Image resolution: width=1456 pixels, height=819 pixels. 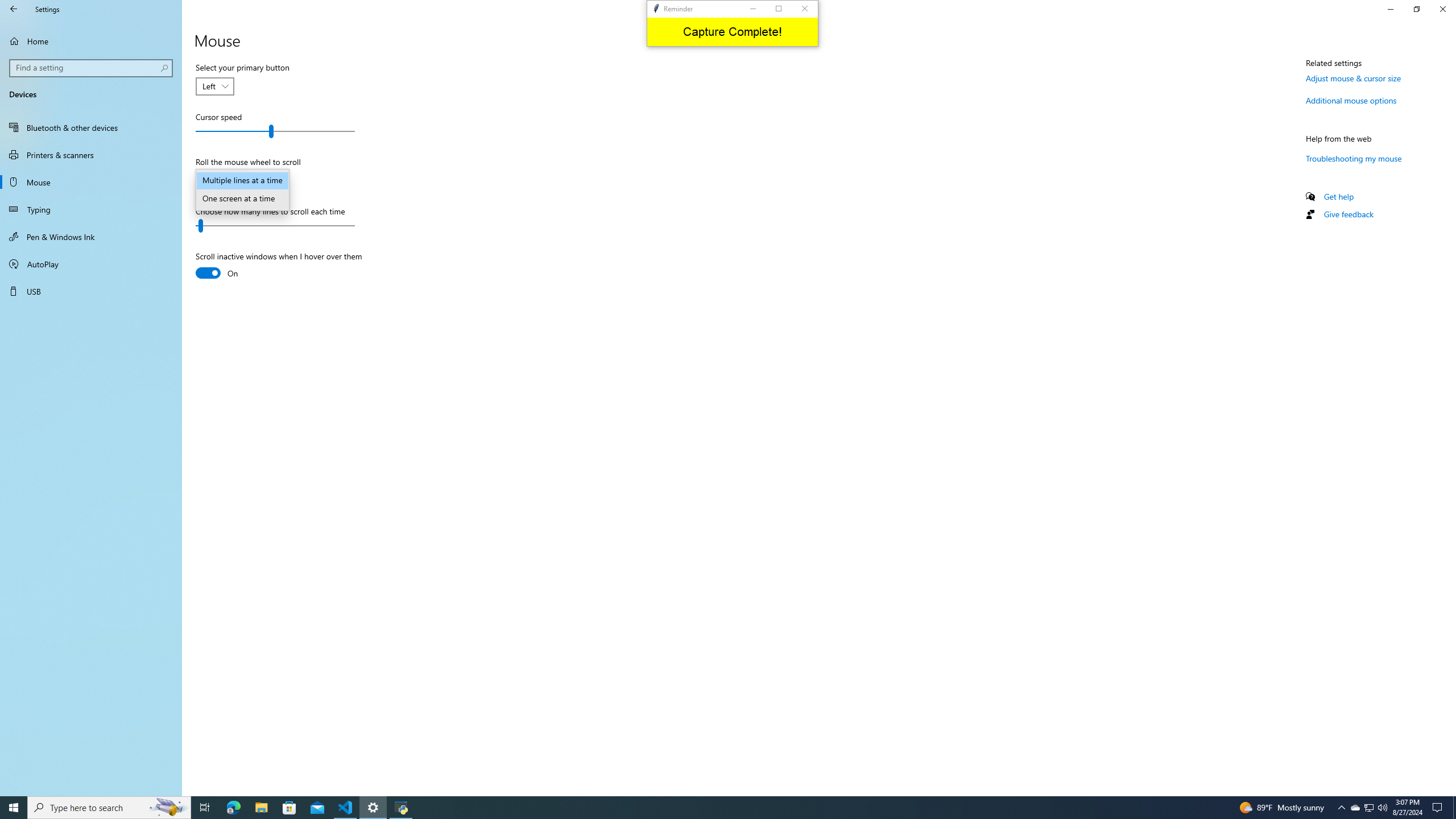 I want to click on 'Choose how many lines to scroll each time', so click(x=274, y=226).